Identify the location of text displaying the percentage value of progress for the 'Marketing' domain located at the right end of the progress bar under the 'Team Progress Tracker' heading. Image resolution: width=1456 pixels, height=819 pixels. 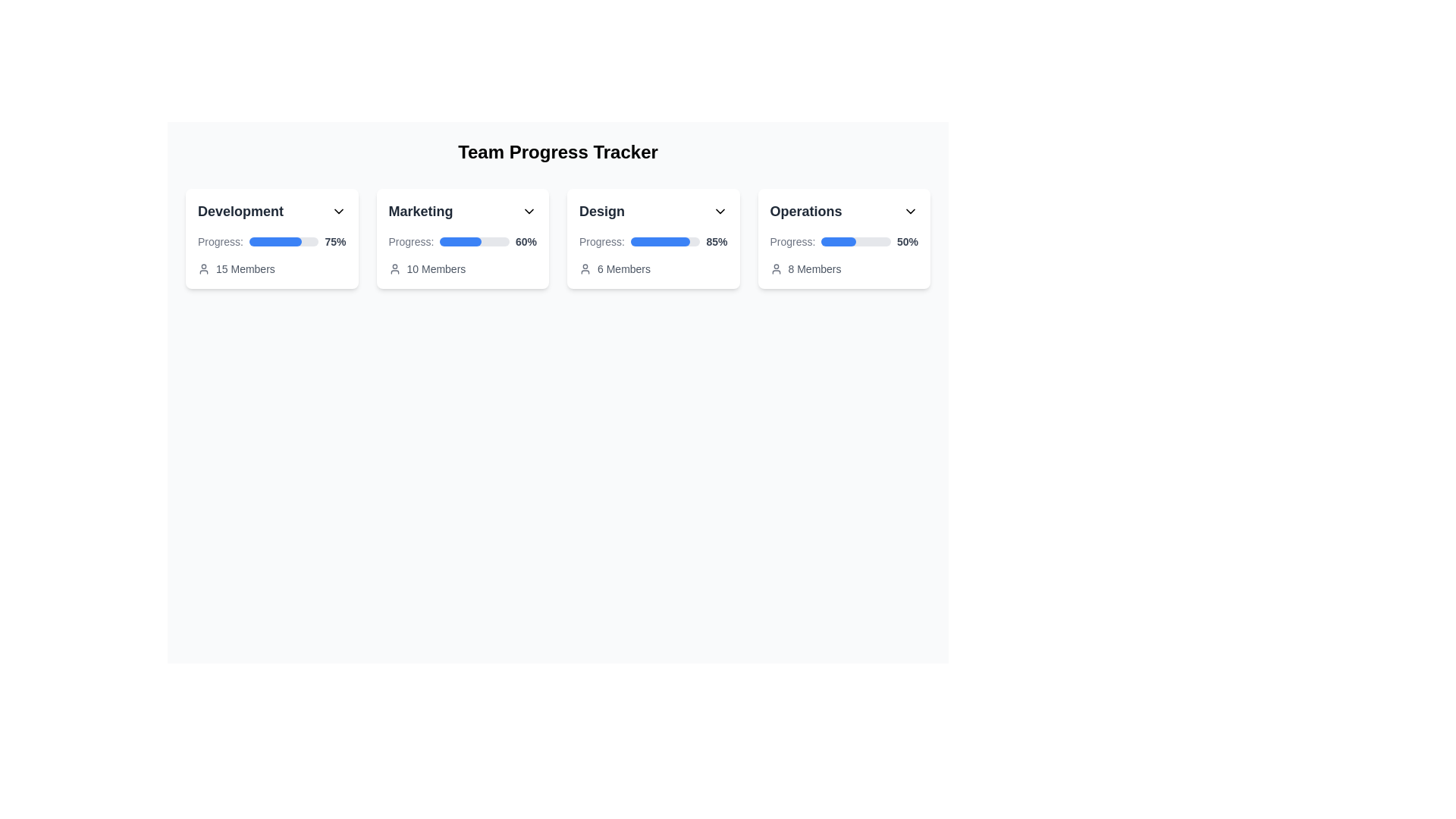
(526, 241).